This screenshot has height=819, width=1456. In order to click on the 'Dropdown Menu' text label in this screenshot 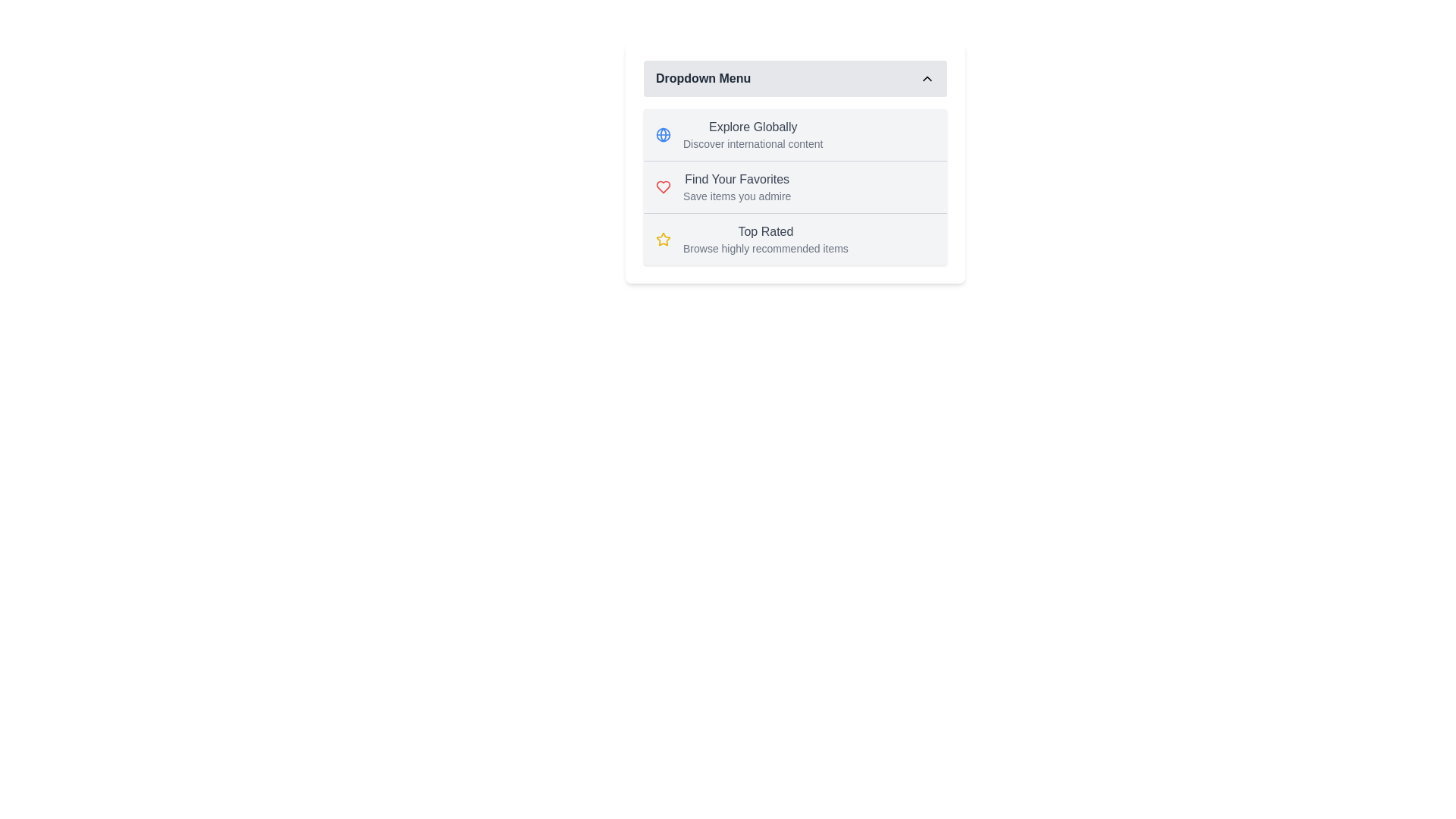, I will do `click(702, 79)`.